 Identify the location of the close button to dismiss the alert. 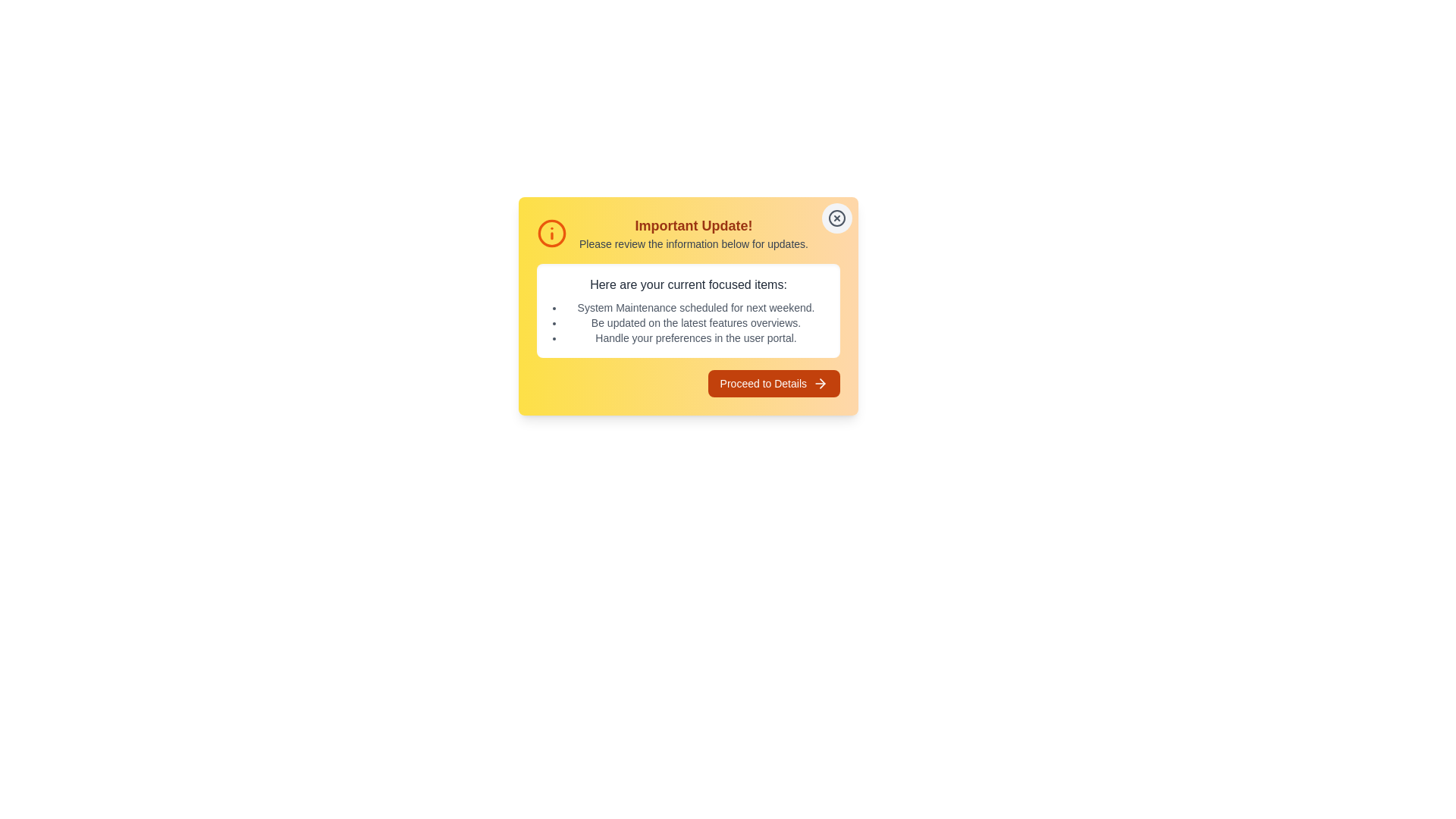
(836, 218).